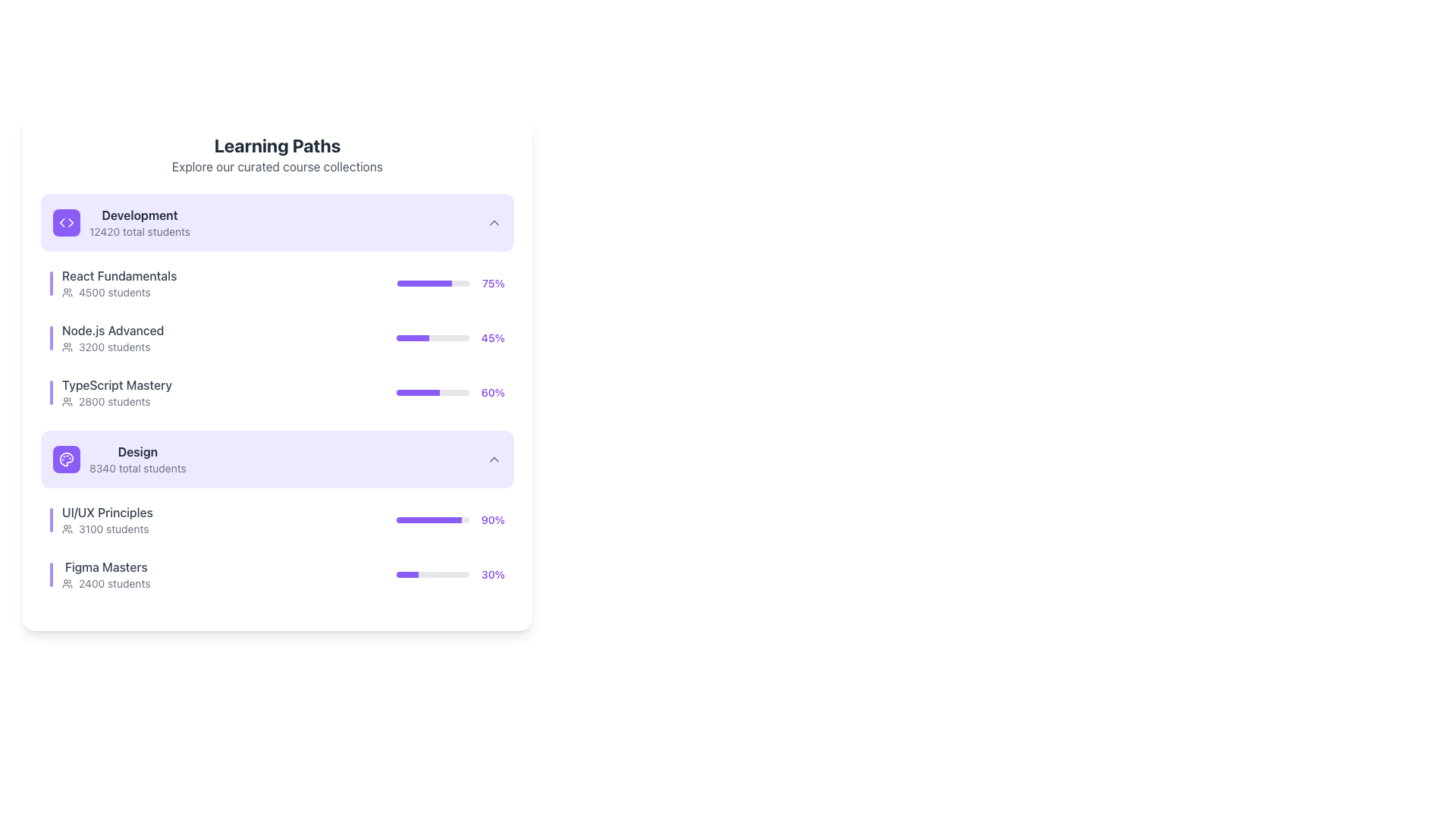 Image resolution: width=1456 pixels, height=819 pixels. Describe the element at coordinates (51, 284) in the screenshot. I see `the visual indicator (decorative bar) that signifies the selection or importance of the 'React Fundamentals' course, positioned to the far left of the course entry` at that location.